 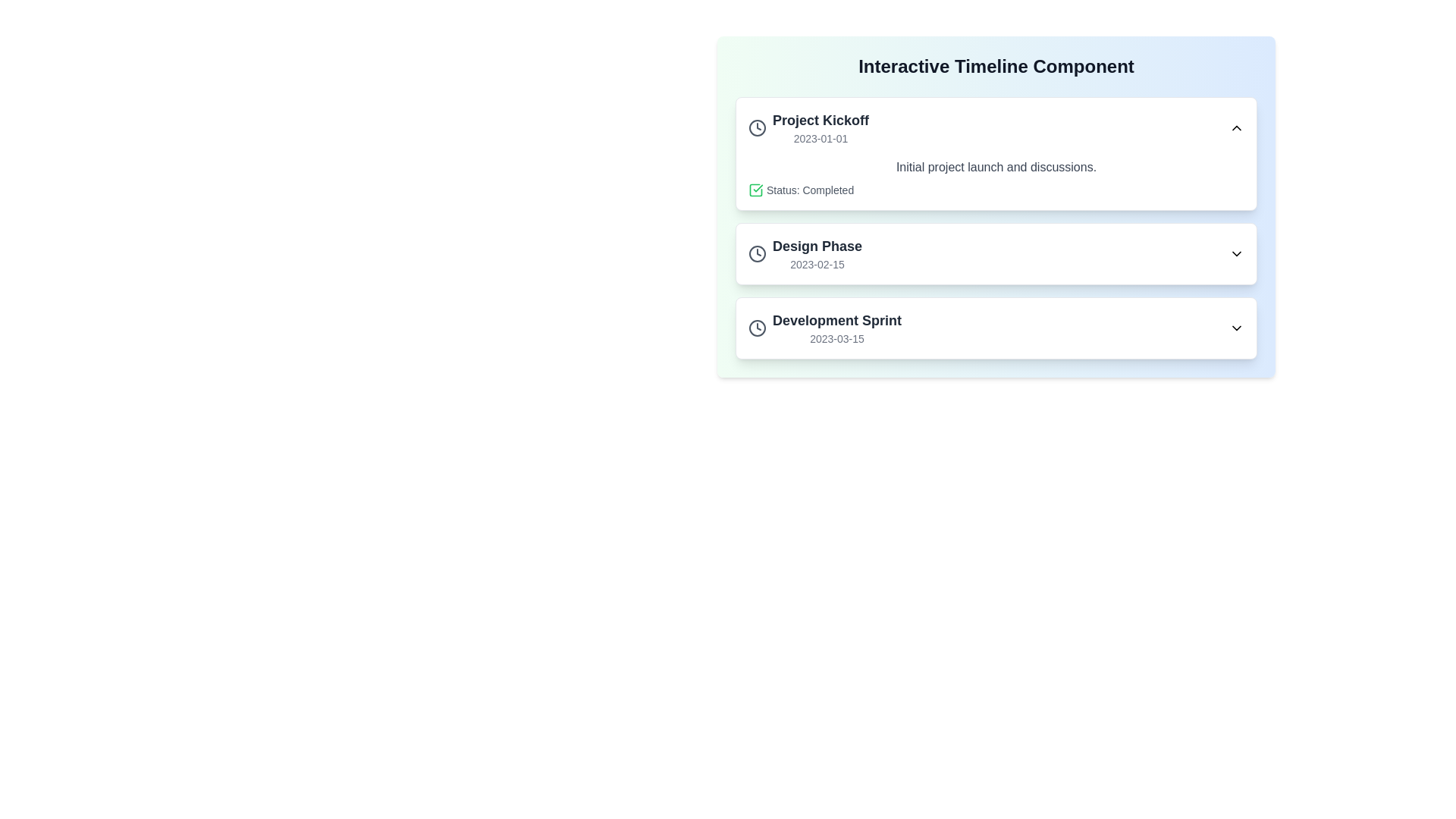 What do you see at coordinates (1237, 327) in the screenshot?
I see `the Dropdown toggle button icon located at the far right end of the 'Development Sprint' section` at bounding box center [1237, 327].